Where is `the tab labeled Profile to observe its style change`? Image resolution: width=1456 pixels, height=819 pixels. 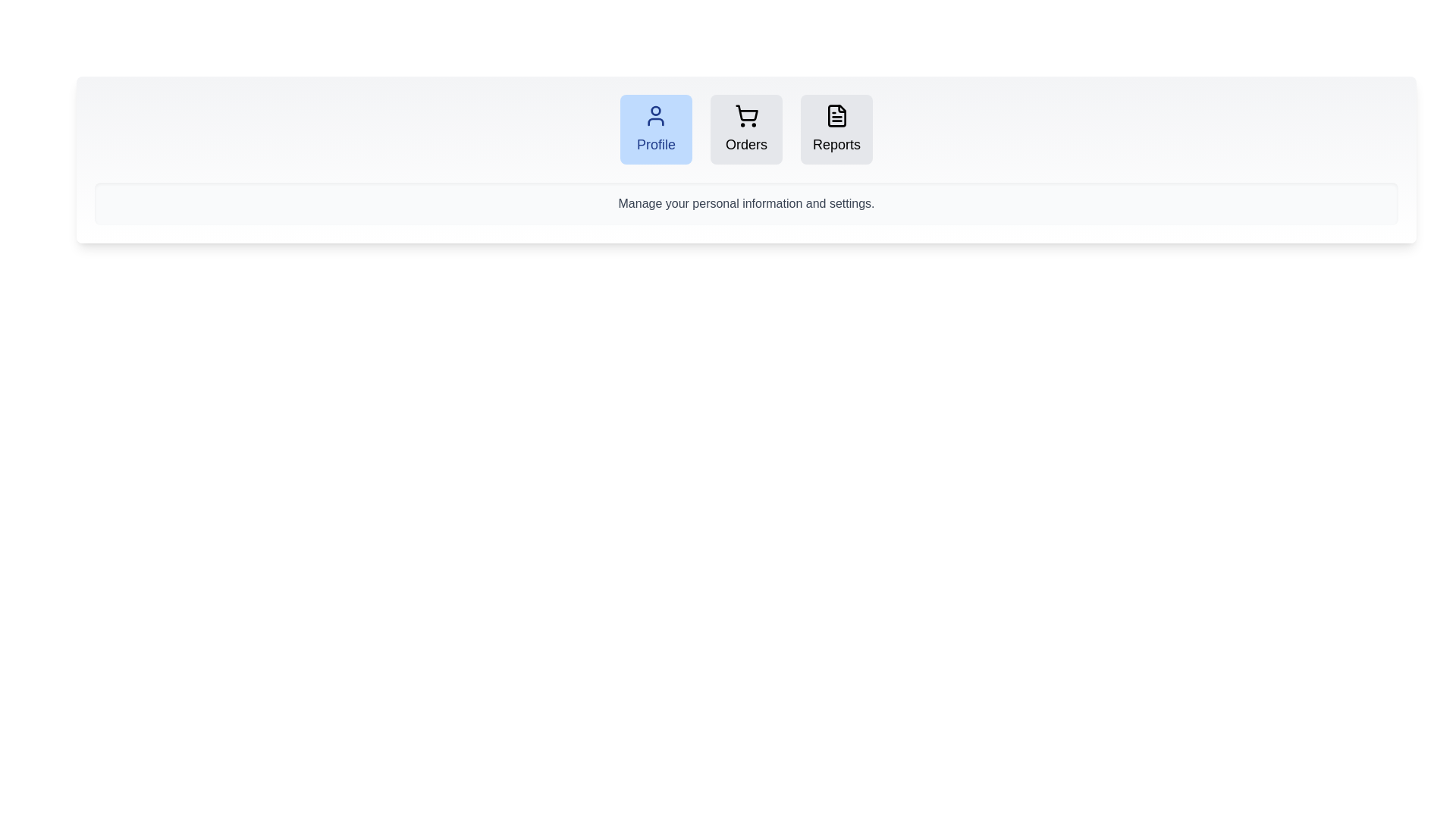
the tab labeled Profile to observe its style change is located at coordinates (655, 128).